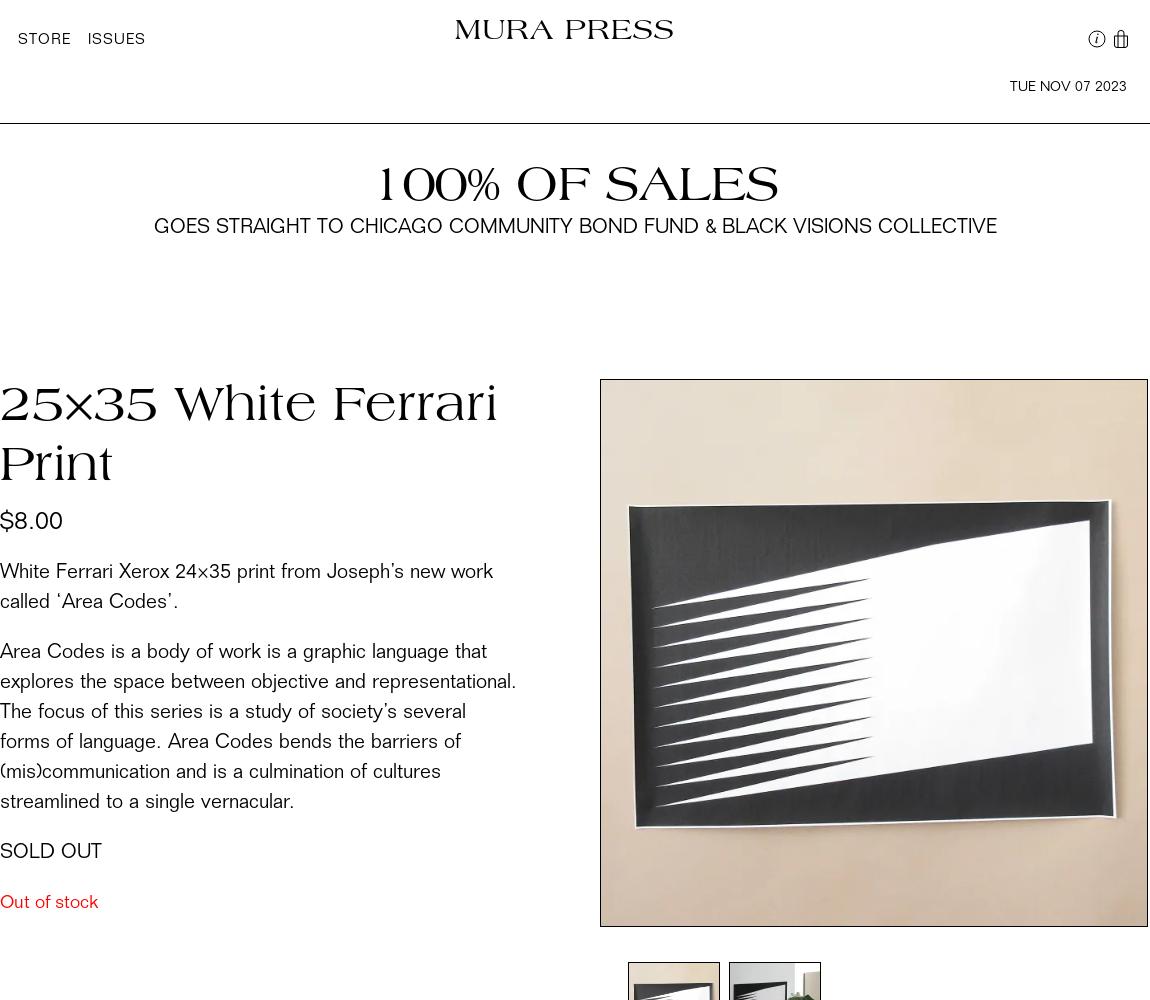 The image size is (1150, 1000). What do you see at coordinates (49, 852) in the screenshot?
I see `'SOLD OUT'` at bounding box center [49, 852].